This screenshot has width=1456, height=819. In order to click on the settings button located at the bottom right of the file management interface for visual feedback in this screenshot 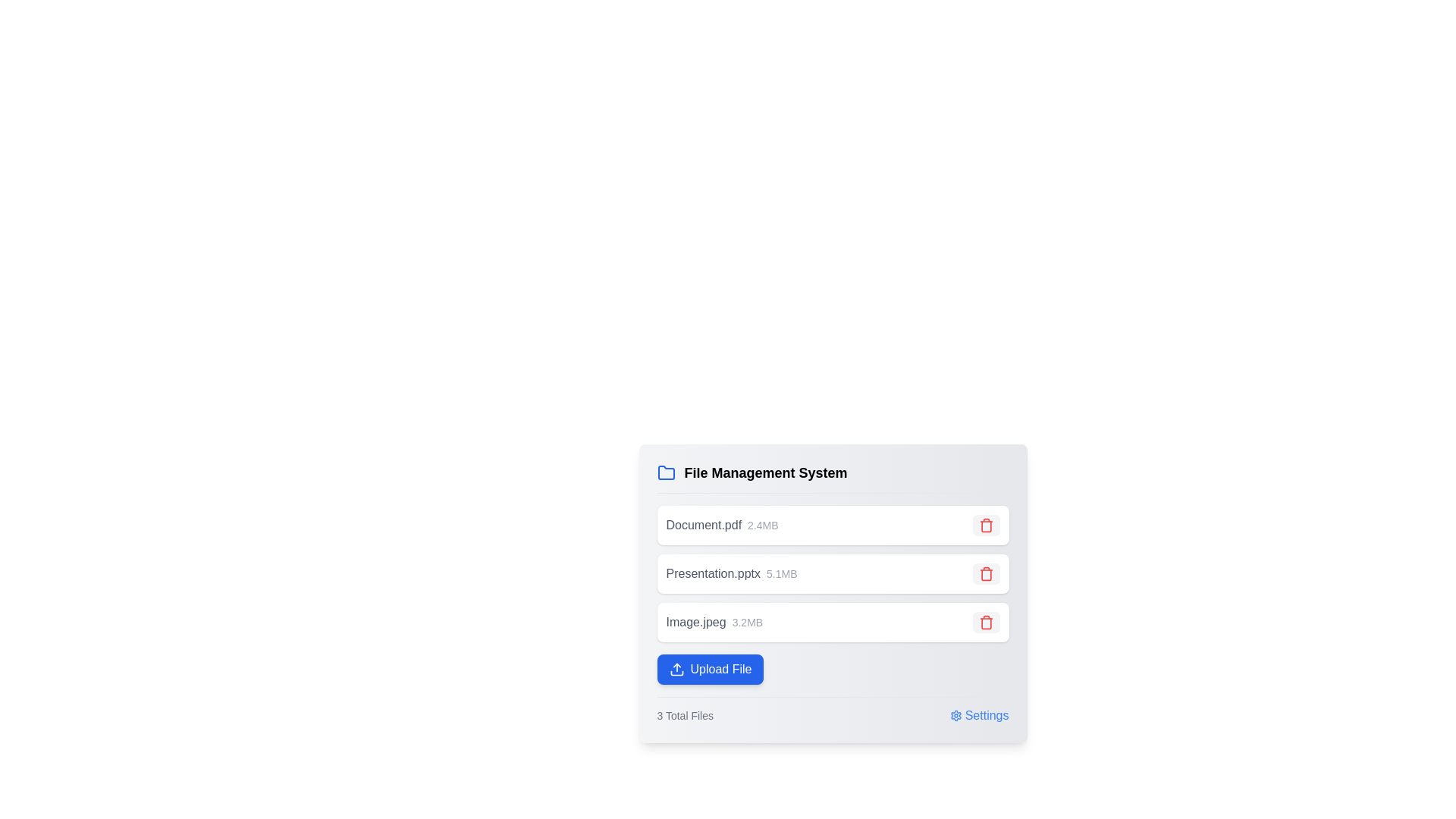, I will do `click(979, 716)`.